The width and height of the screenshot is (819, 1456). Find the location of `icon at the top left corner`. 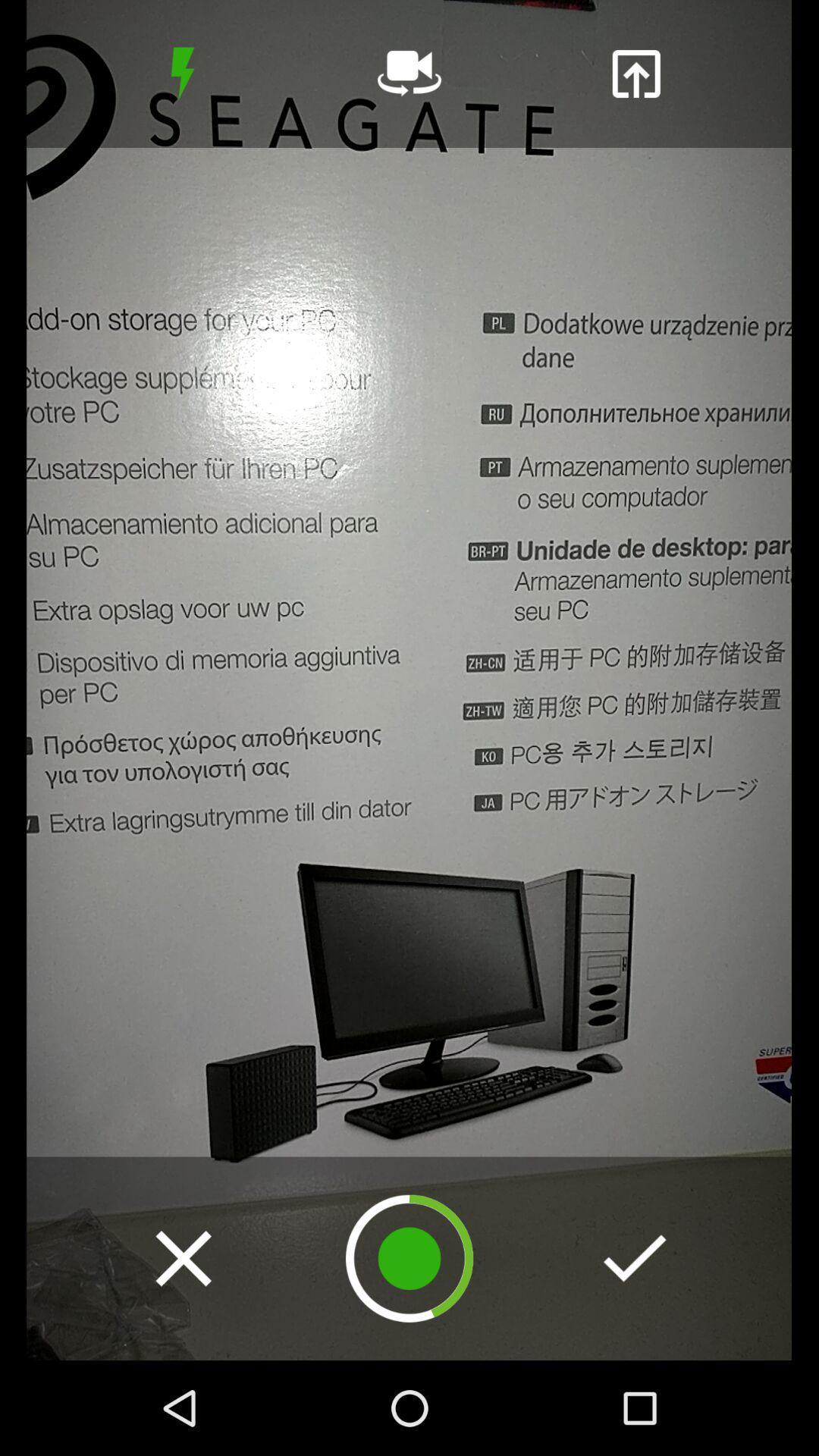

icon at the top left corner is located at coordinates (182, 73).